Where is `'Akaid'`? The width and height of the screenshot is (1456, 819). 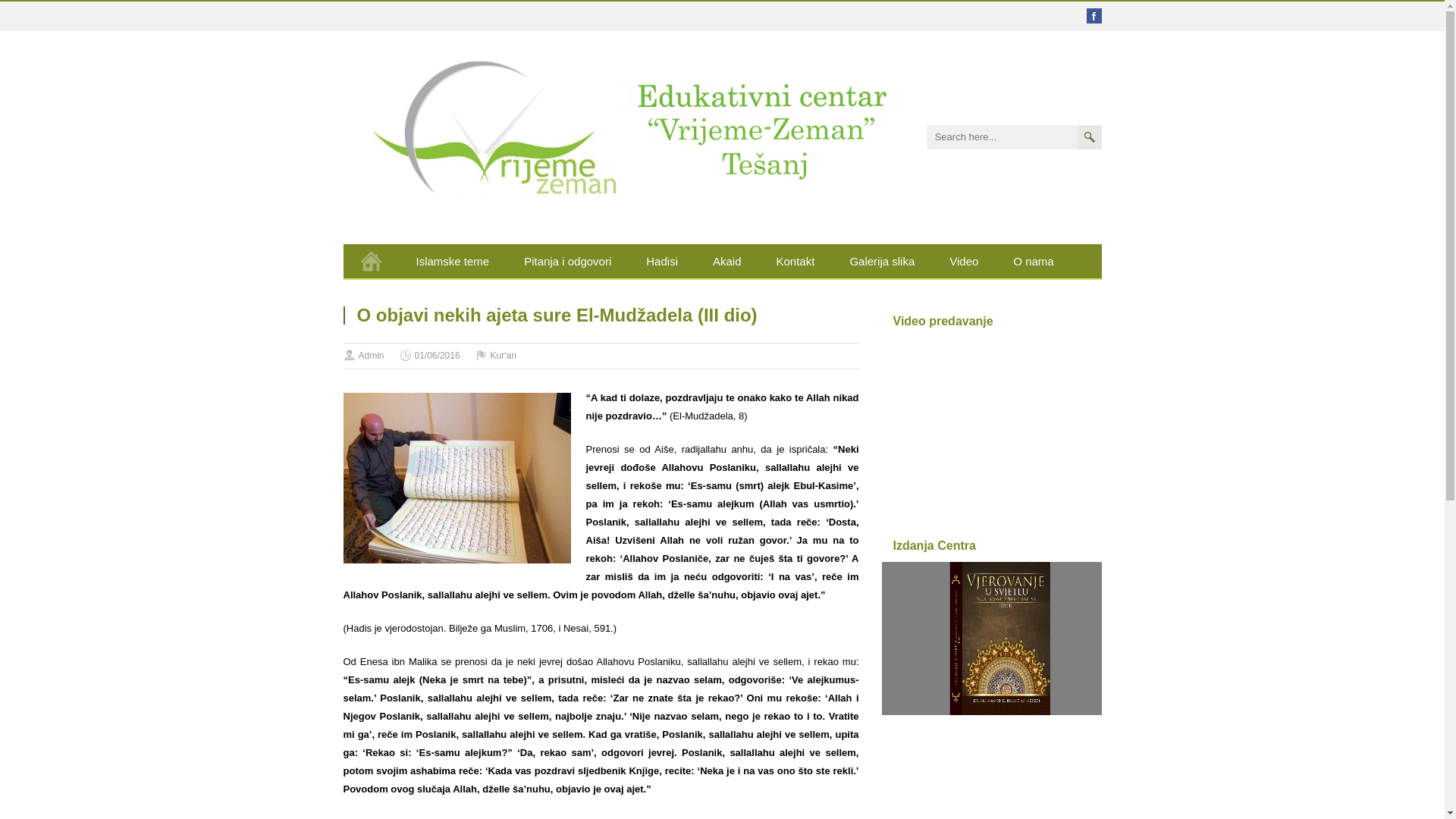
'Akaid' is located at coordinates (694, 260).